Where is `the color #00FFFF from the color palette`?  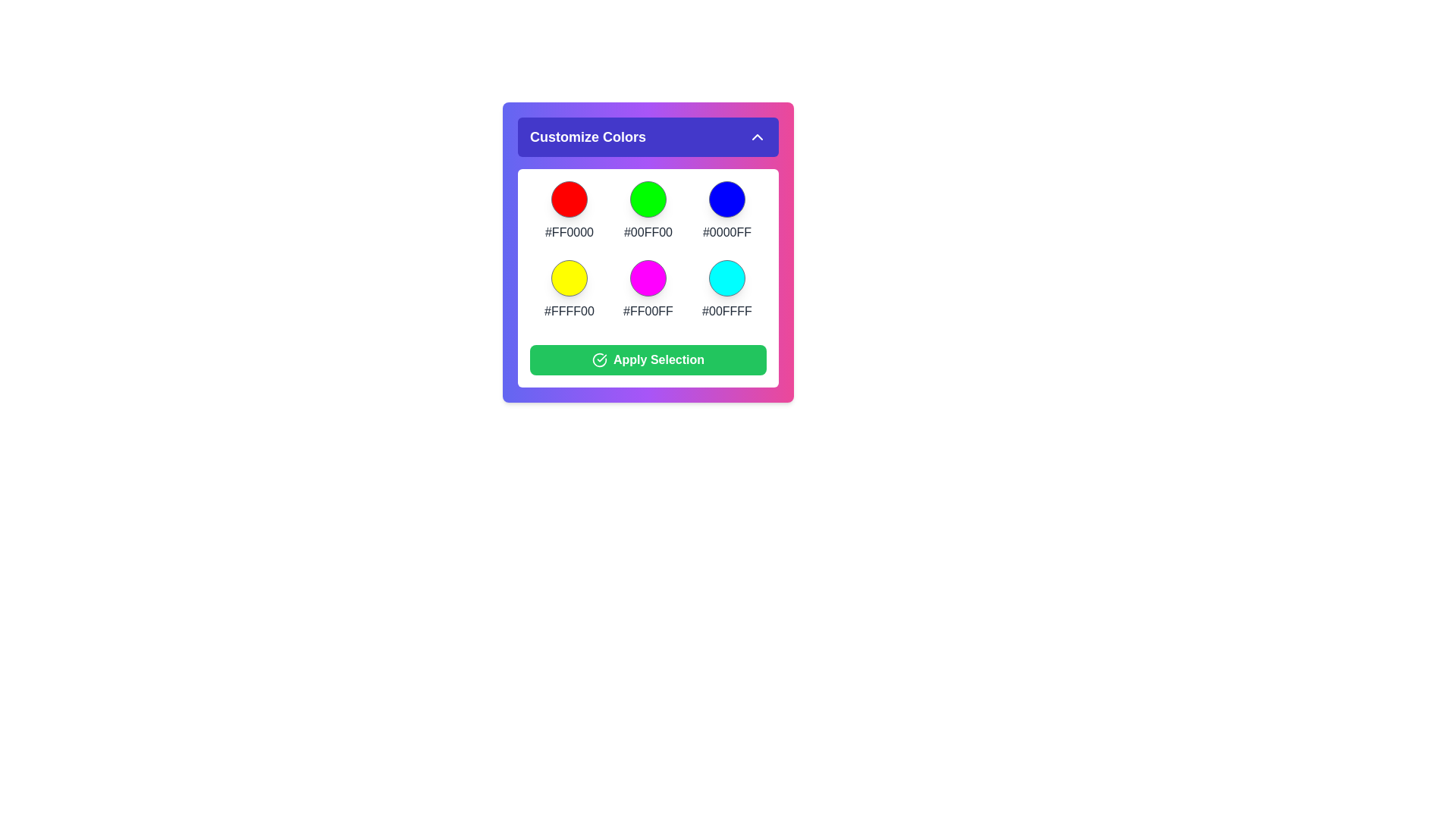 the color #00FFFF from the color palette is located at coordinates (726, 278).